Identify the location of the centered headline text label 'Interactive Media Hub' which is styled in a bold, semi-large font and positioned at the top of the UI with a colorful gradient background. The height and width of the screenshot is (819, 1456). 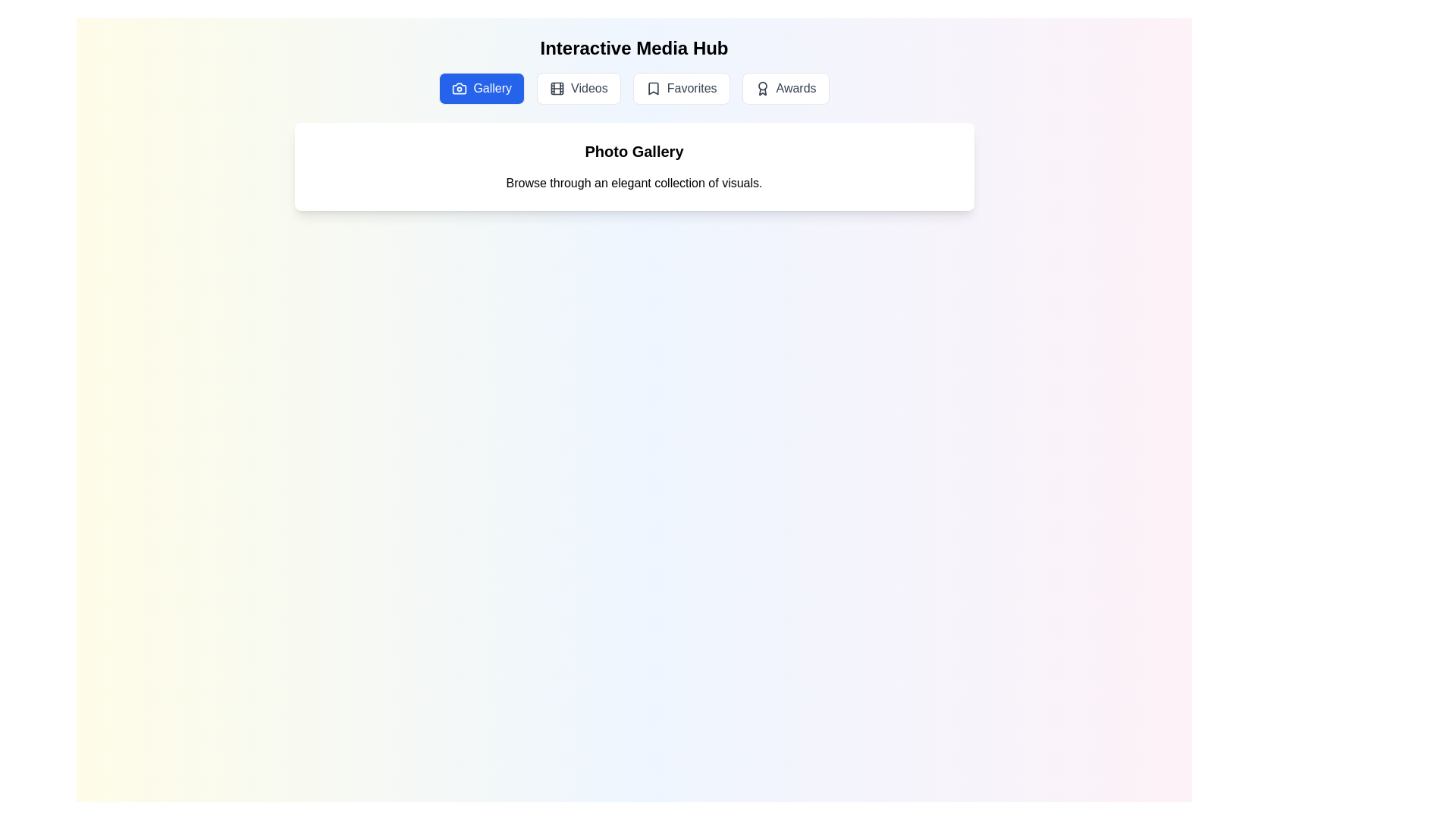
(634, 48).